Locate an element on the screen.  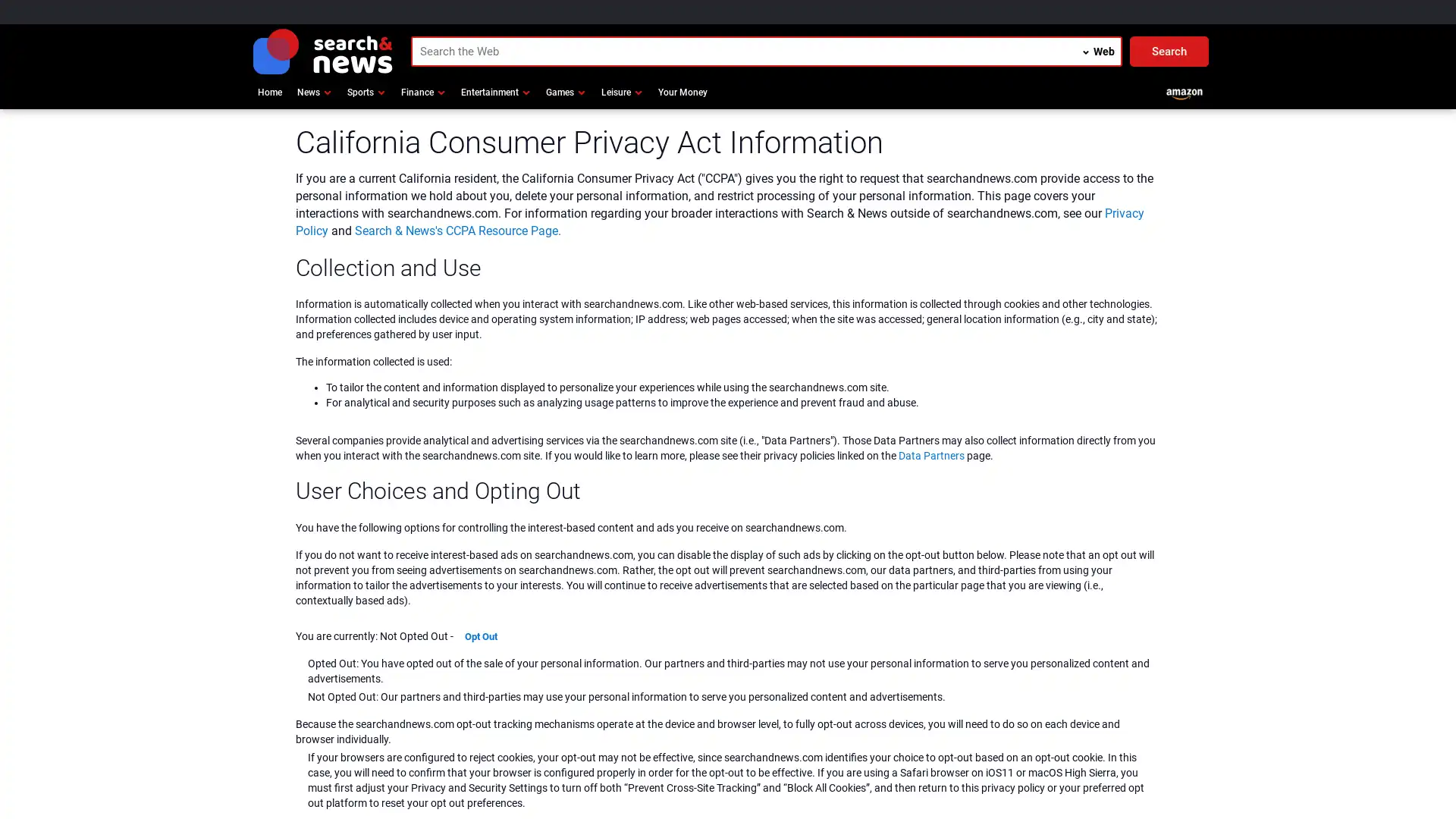
Search is located at coordinates (1168, 51).